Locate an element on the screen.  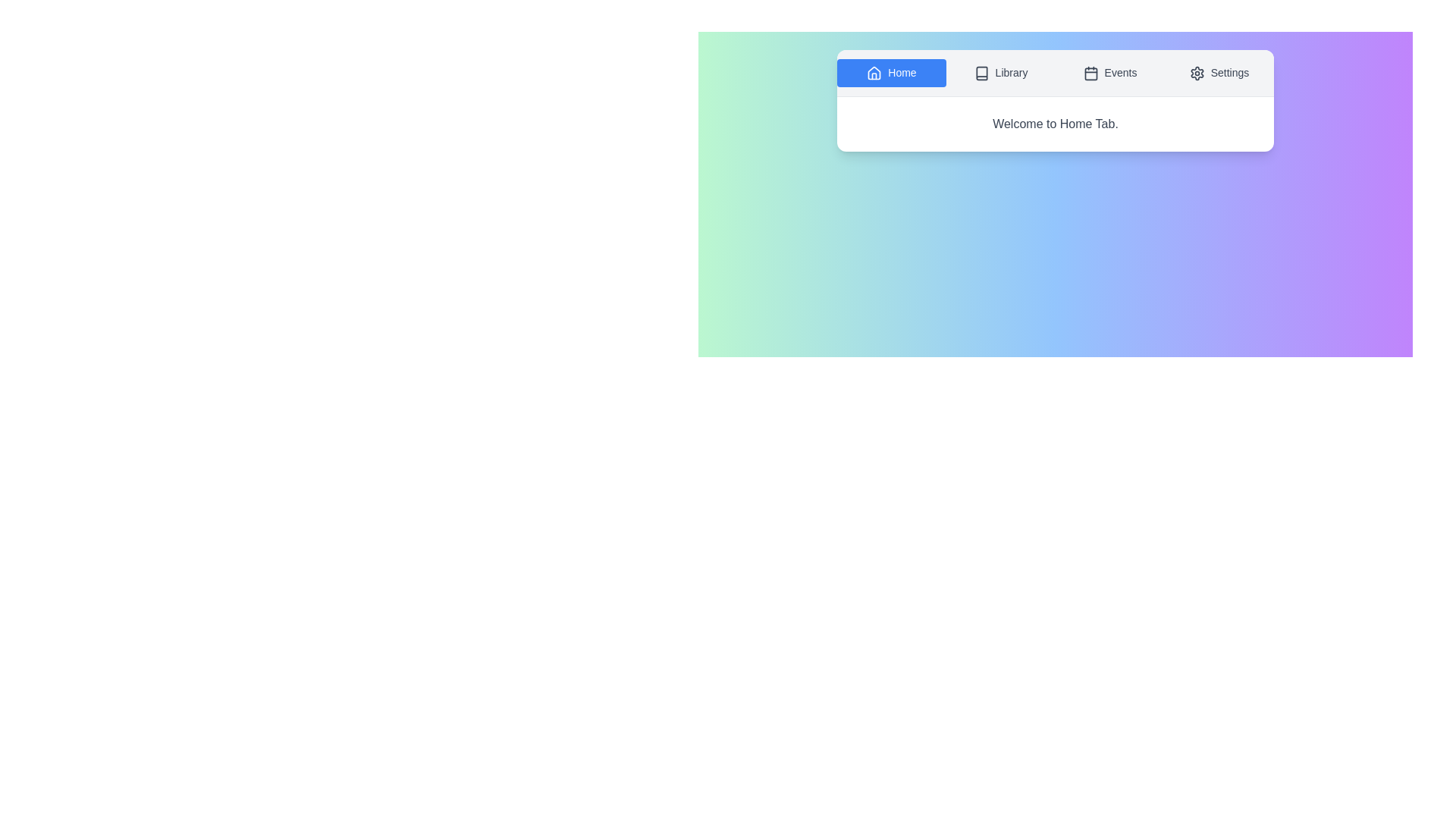
the 'Settings' text label located at the rightmost end of the navigation bar, which is aligned with the settings icon to its left is located at coordinates (1230, 73).